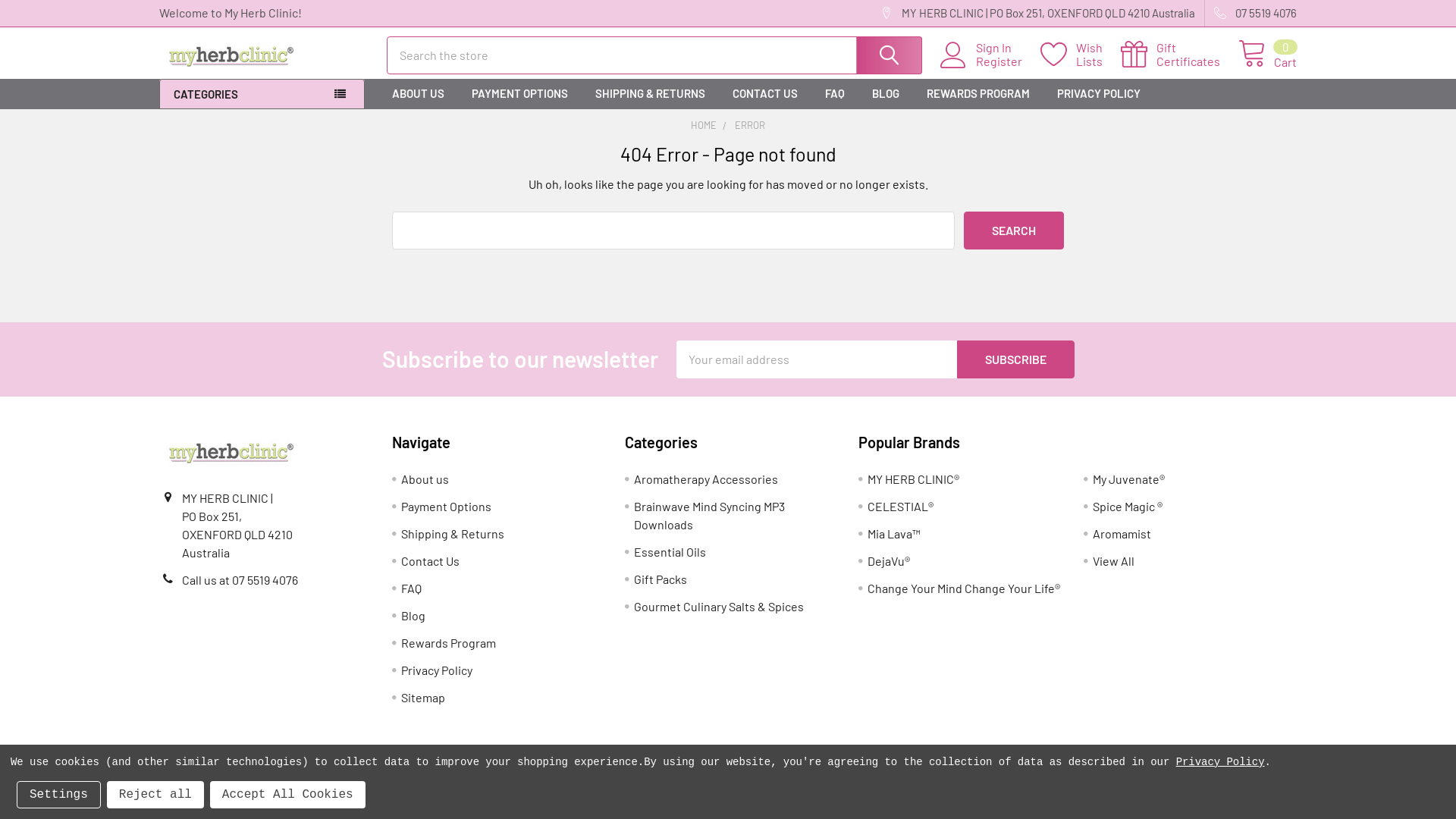  What do you see at coordinates (1122, 532) in the screenshot?
I see `'Aromamist'` at bounding box center [1122, 532].